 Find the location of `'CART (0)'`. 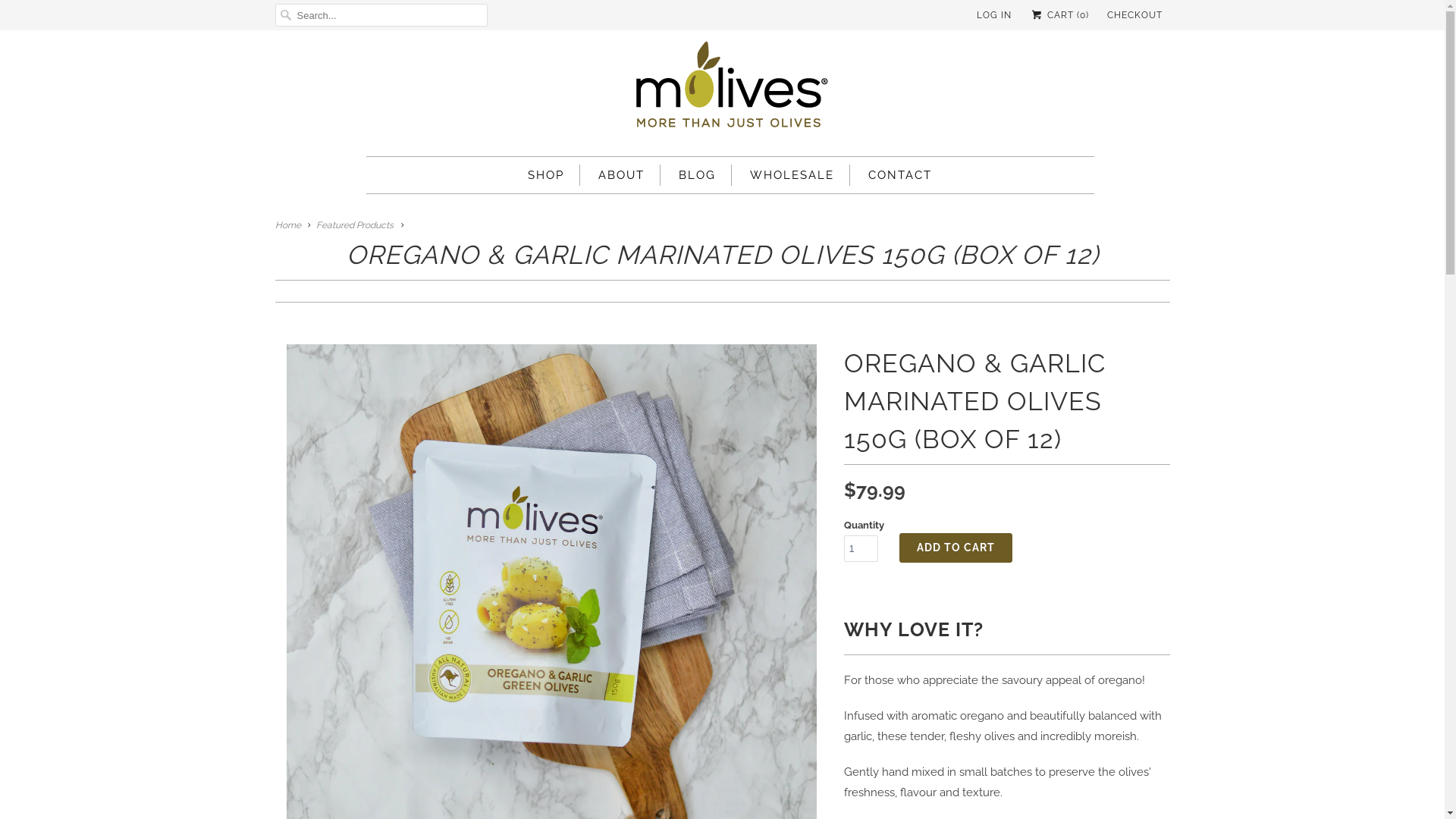

'CART (0)' is located at coordinates (1058, 14).